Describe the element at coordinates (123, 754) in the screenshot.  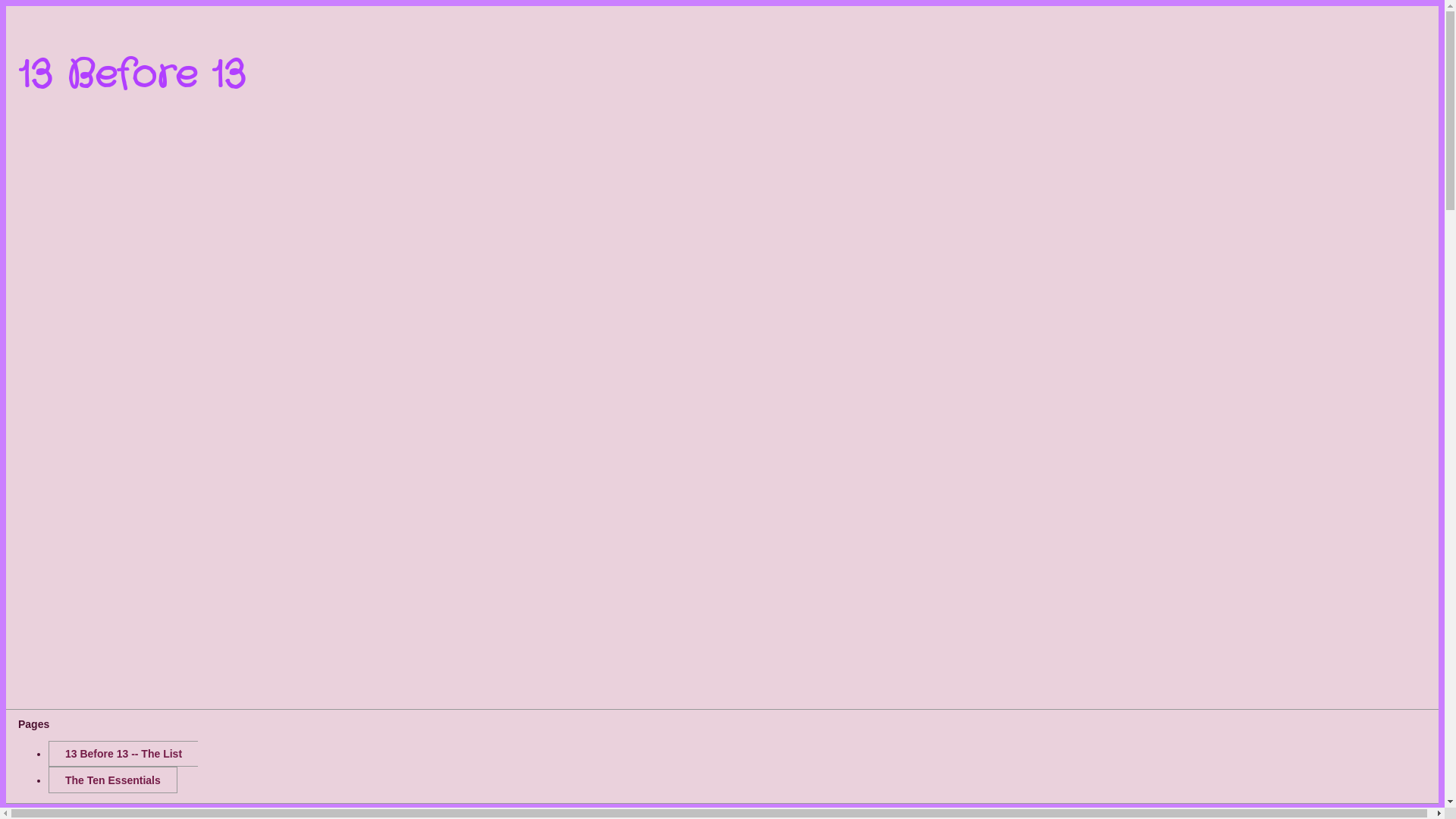
I see `'13 Before 13 -- The List'` at that location.